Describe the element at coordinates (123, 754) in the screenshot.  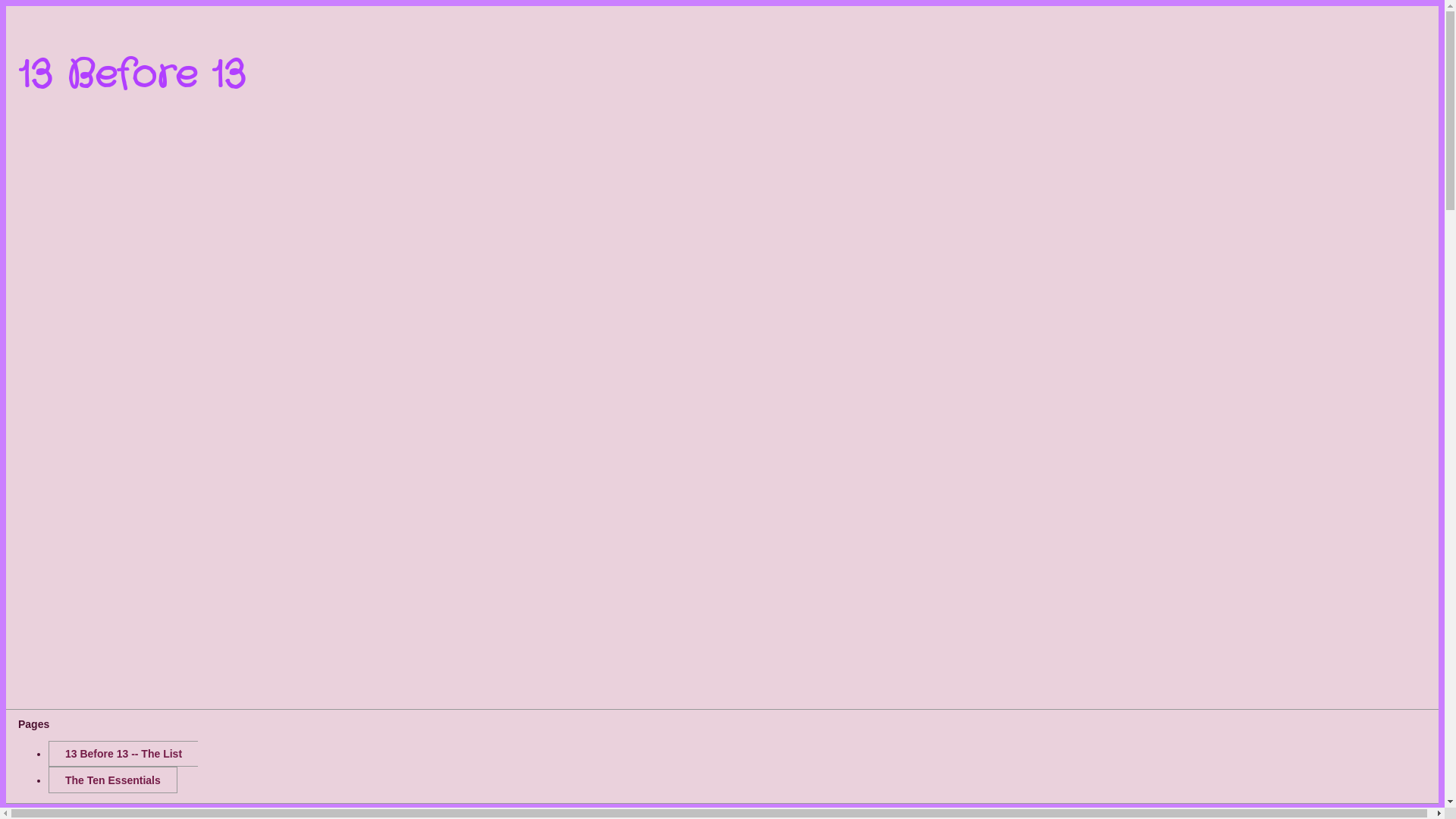
I see `'13 Before 13 -- The List'` at that location.